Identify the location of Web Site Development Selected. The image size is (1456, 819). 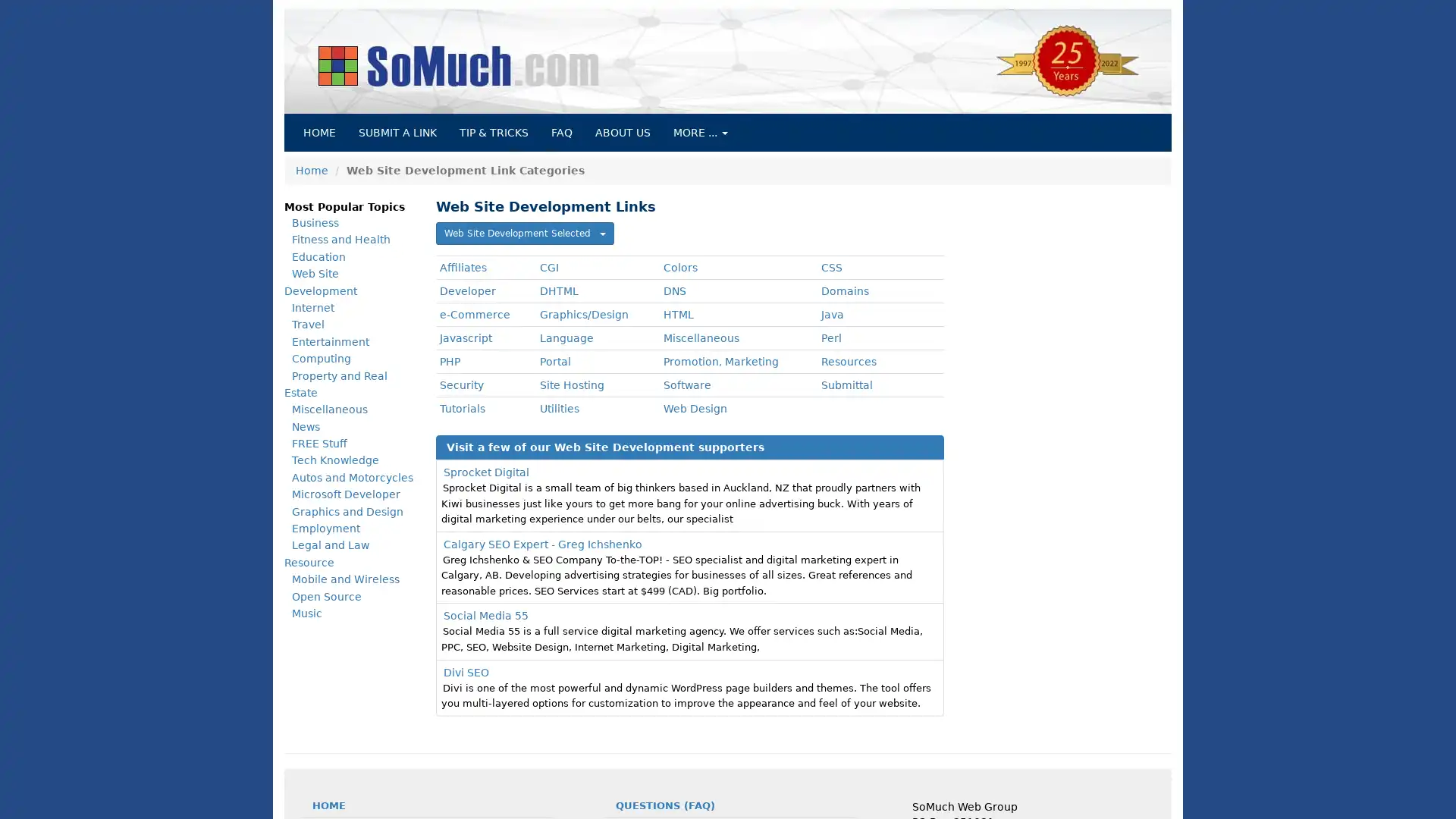
(525, 234).